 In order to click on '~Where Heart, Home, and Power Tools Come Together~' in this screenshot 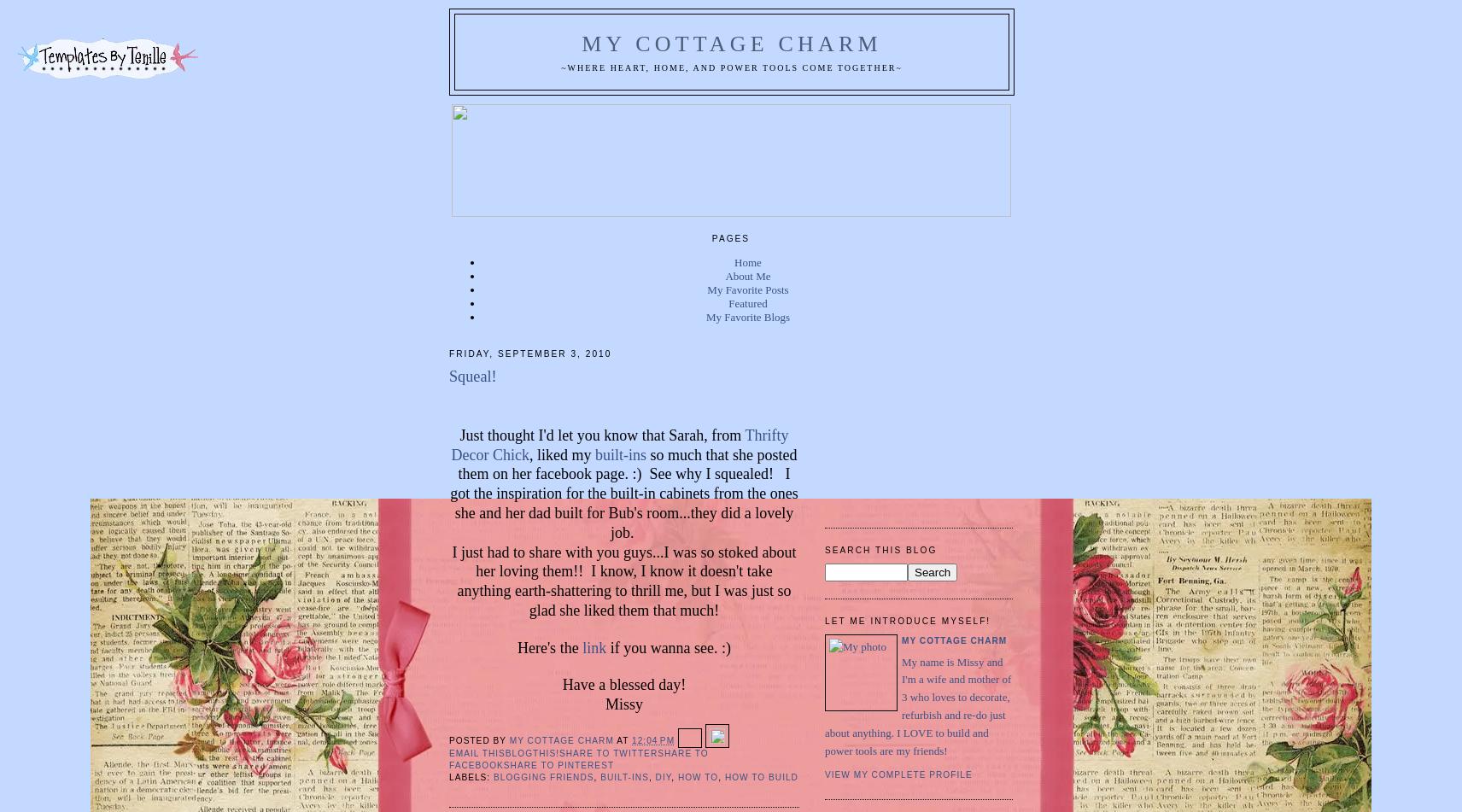, I will do `click(731, 67)`.